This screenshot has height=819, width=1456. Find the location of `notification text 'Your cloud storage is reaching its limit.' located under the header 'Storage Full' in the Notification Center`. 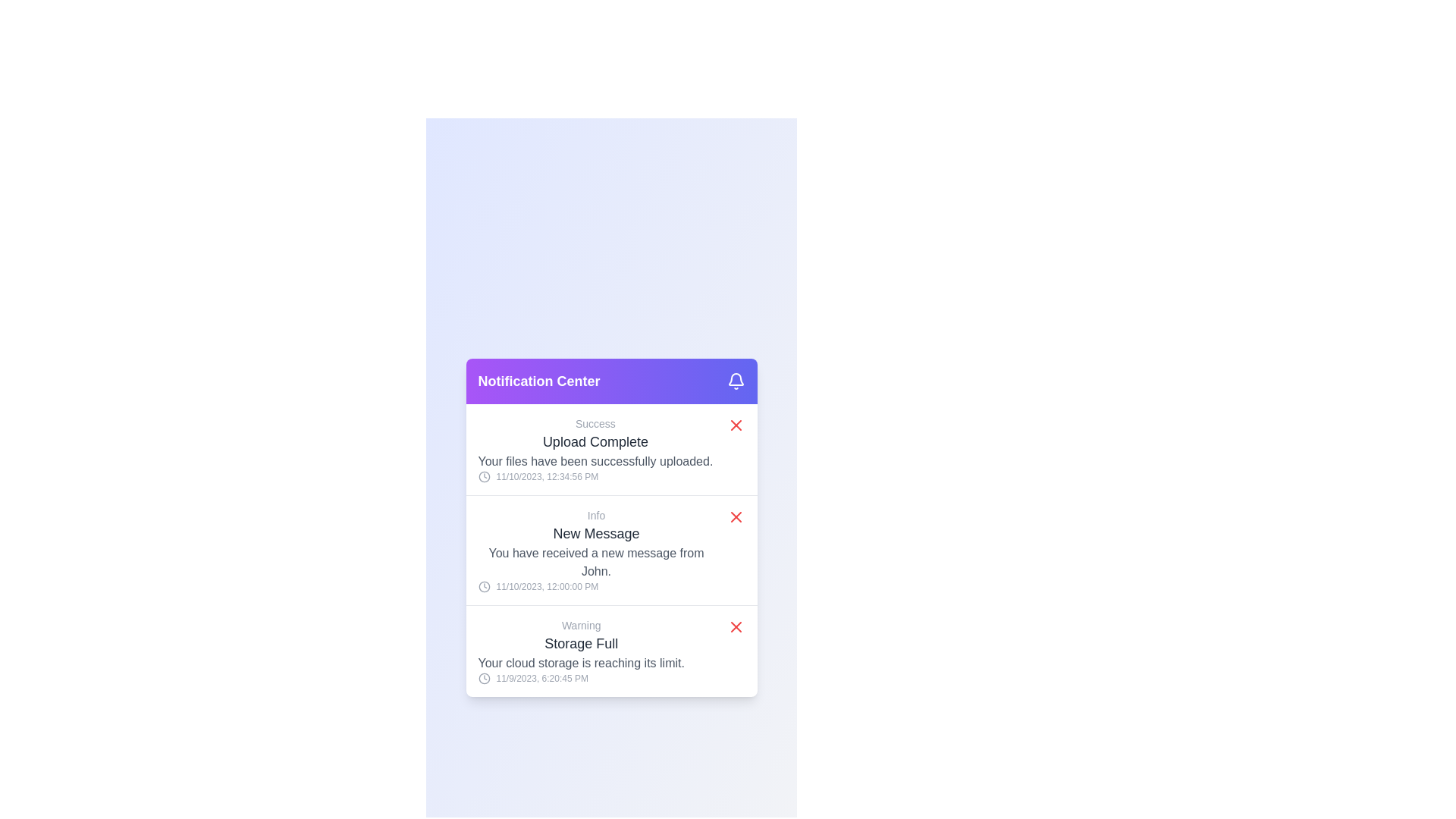

notification text 'Your cloud storage is reaching its limit.' located under the header 'Storage Full' in the Notification Center is located at coordinates (580, 663).